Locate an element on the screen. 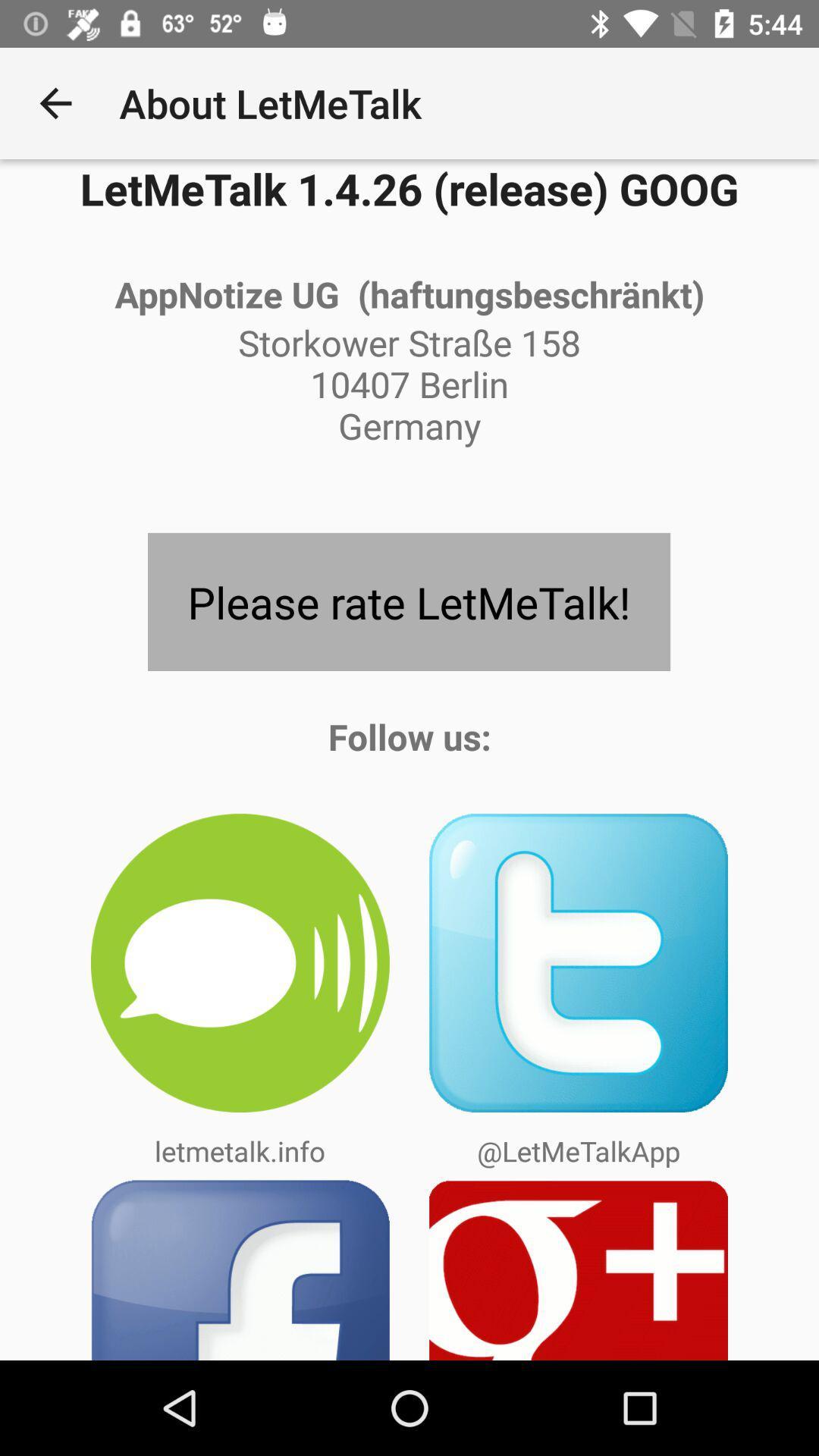 Image resolution: width=819 pixels, height=1456 pixels. the icon above the is located at coordinates (408, 601).